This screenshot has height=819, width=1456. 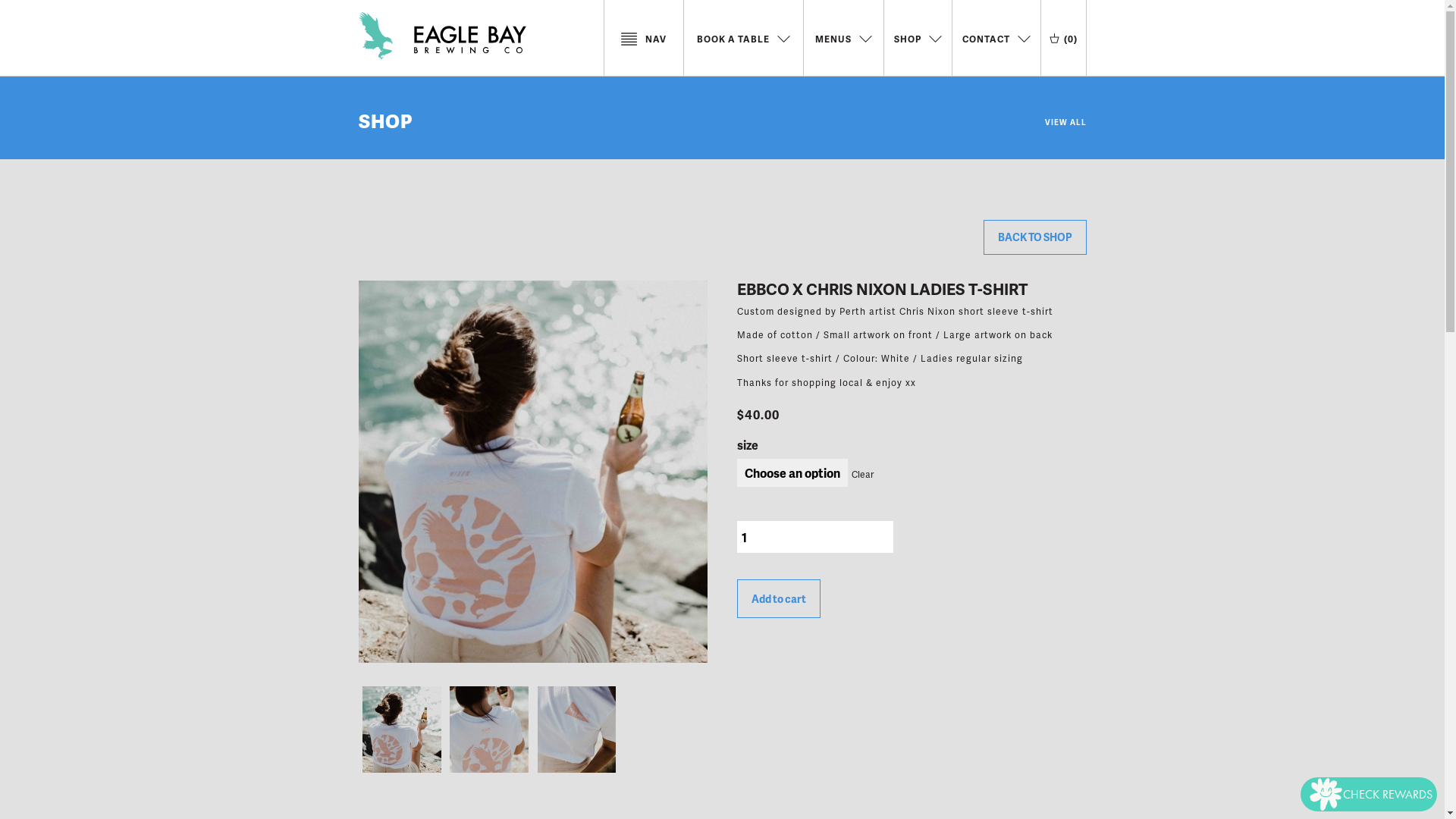 What do you see at coordinates (860, 473) in the screenshot?
I see `'Clear'` at bounding box center [860, 473].